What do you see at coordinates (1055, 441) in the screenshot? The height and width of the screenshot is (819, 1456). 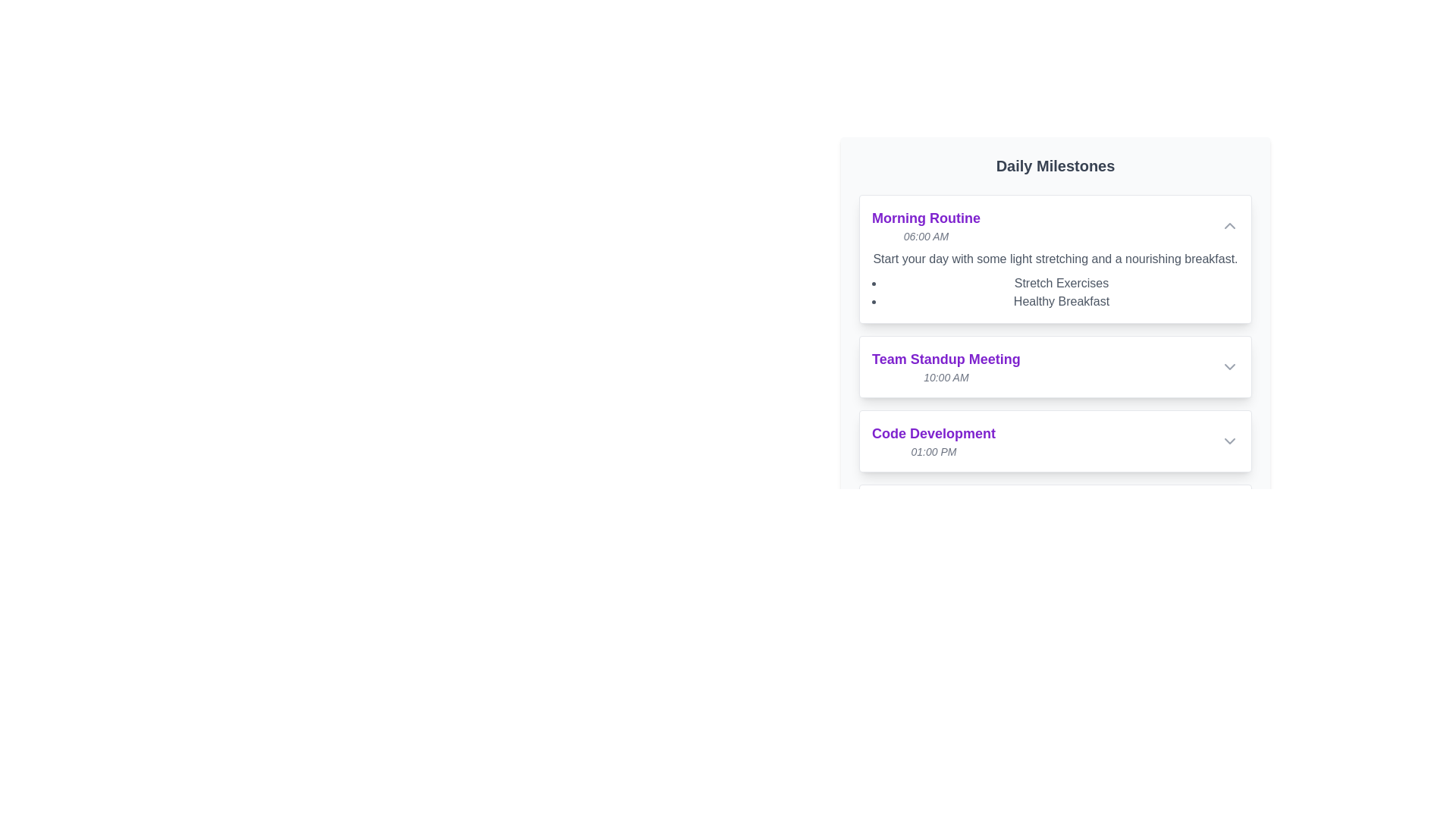 I see `the downward arrow on the third item of the 'Daily Milestones' list` at bounding box center [1055, 441].